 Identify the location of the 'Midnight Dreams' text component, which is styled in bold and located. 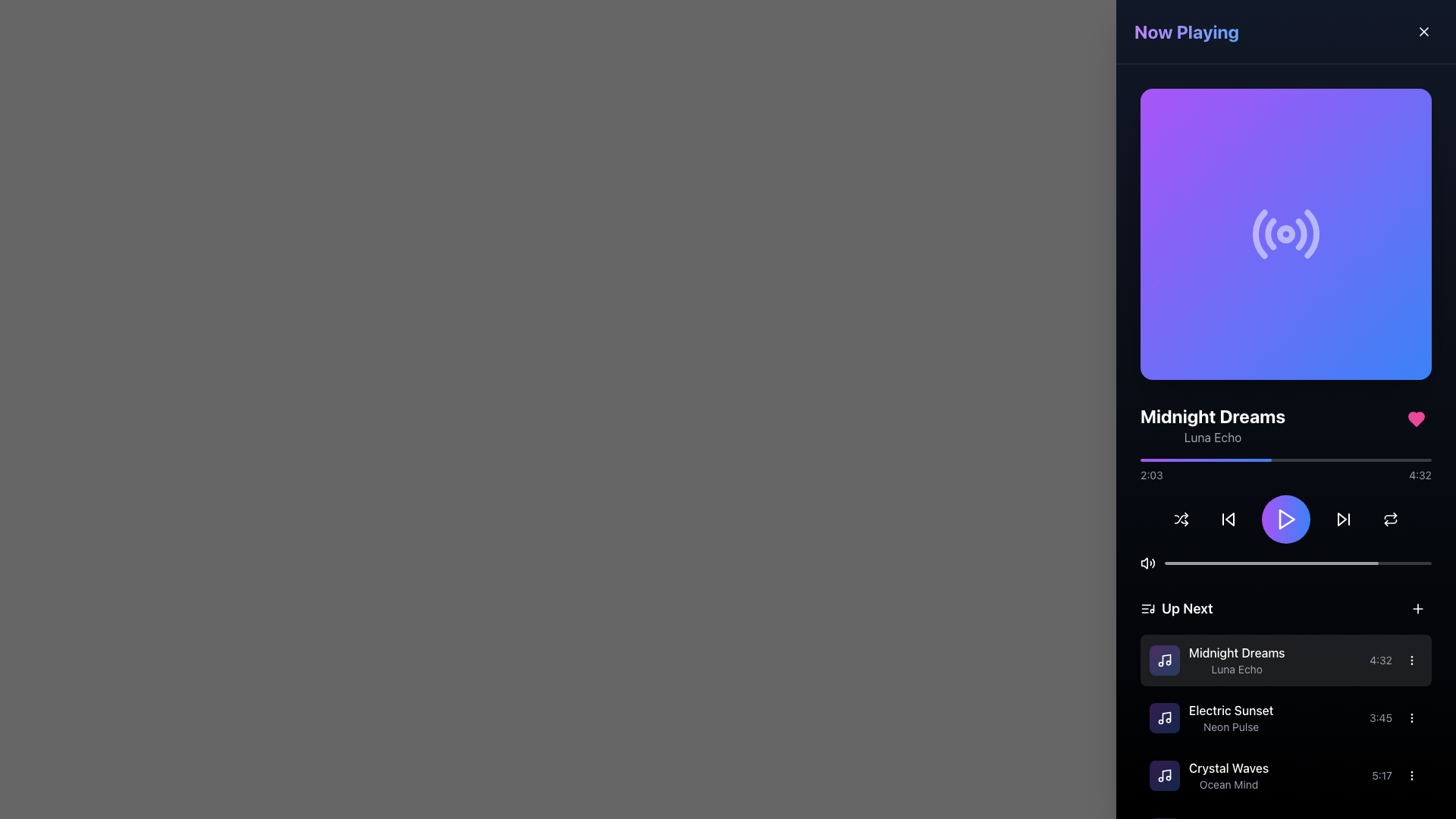
(1217, 660).